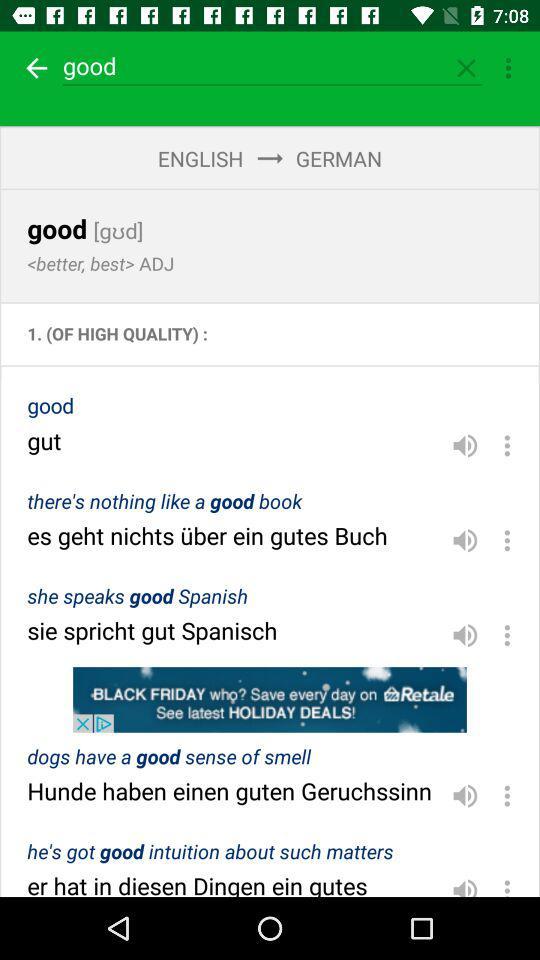 The width and height of the screenshot is (540, 960). Describe the element at coordinates (507, 539) in the screenshot. I see `settings option` at that location.